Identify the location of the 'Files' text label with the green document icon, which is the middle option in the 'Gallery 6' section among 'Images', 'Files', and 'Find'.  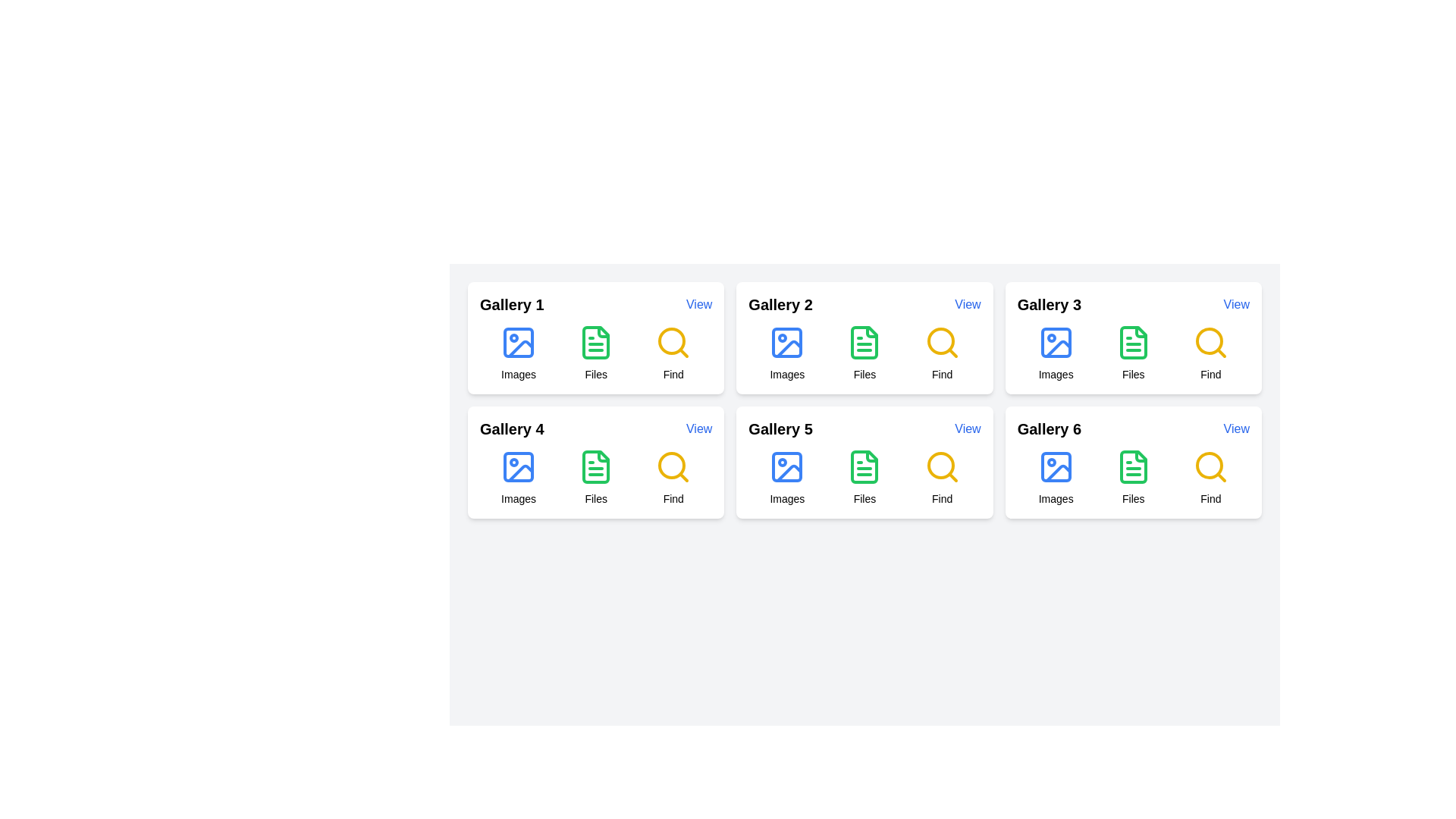
(1133, 476).